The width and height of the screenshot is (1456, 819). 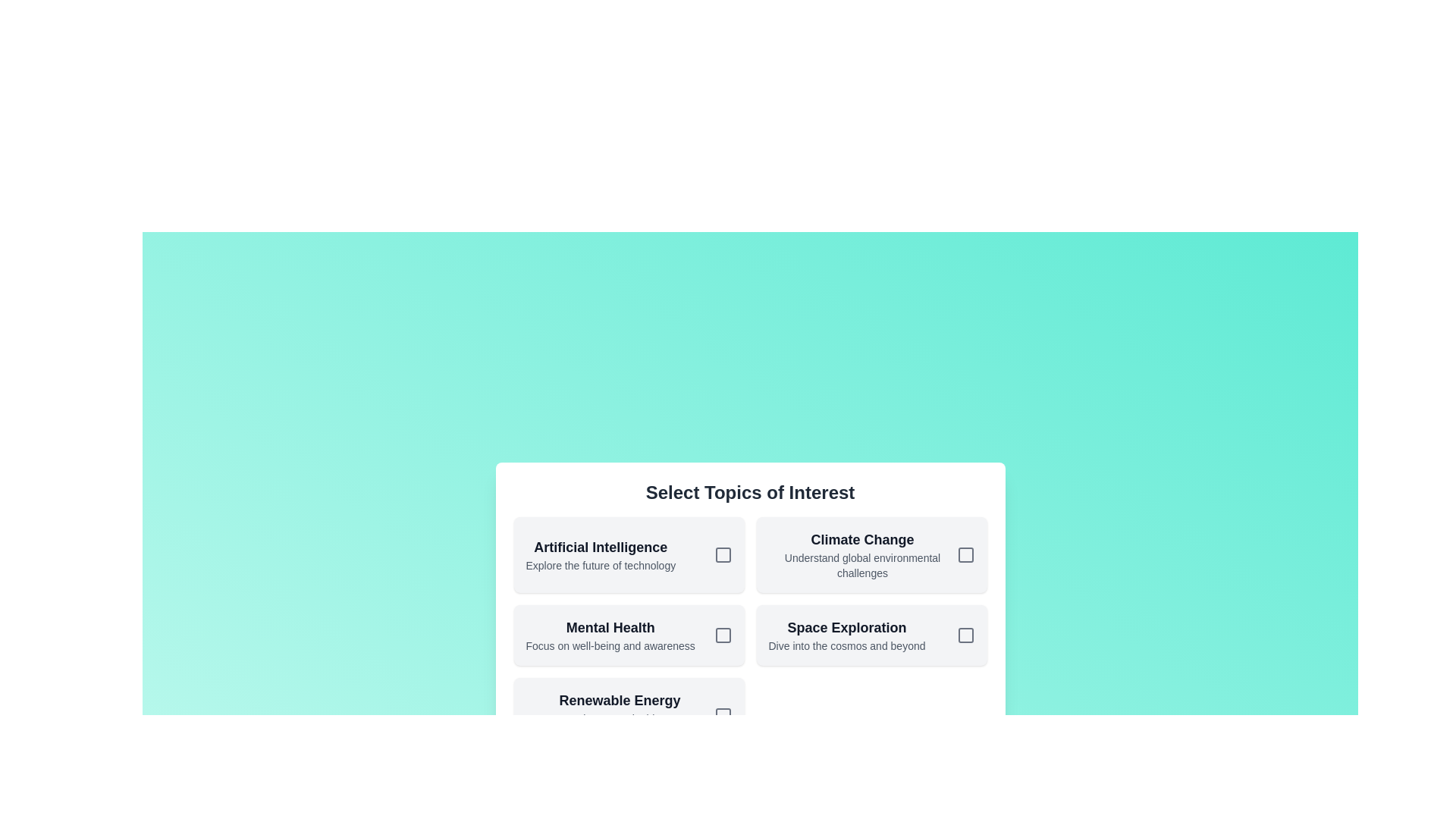 What do you see at coordinates (871, 555) in the screenshot?
I see `the card representing the topic Climate Change` at bounding box center [871, 555].